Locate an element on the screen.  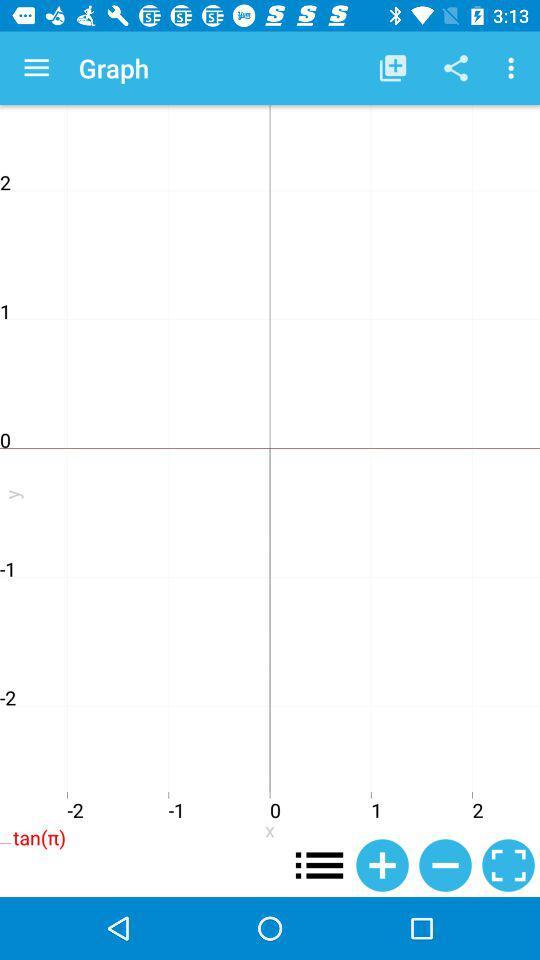
the list icon is located at coordinates (319, 864).